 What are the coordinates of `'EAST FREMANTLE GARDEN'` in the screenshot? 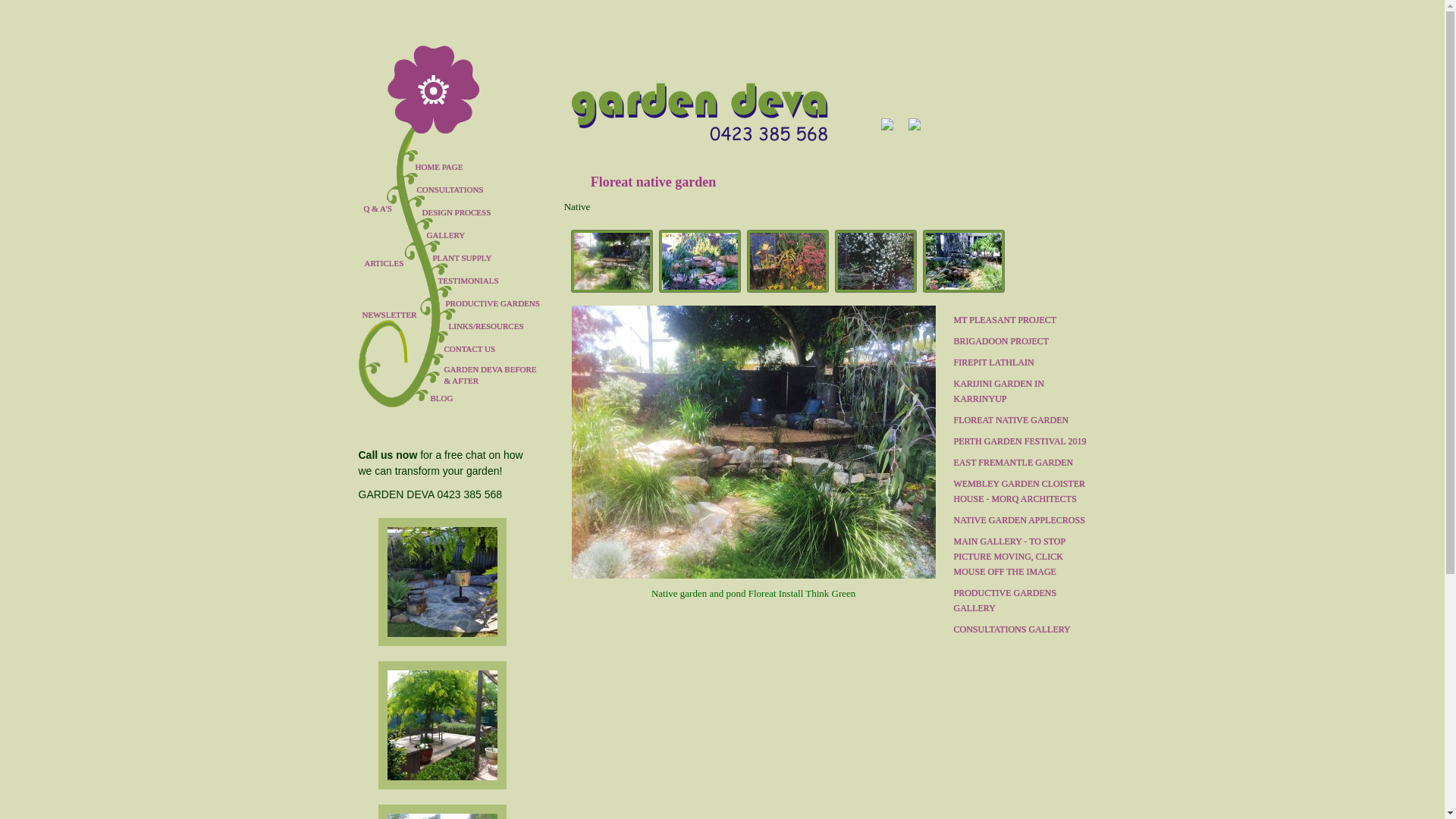 It's located at (1019, 461).